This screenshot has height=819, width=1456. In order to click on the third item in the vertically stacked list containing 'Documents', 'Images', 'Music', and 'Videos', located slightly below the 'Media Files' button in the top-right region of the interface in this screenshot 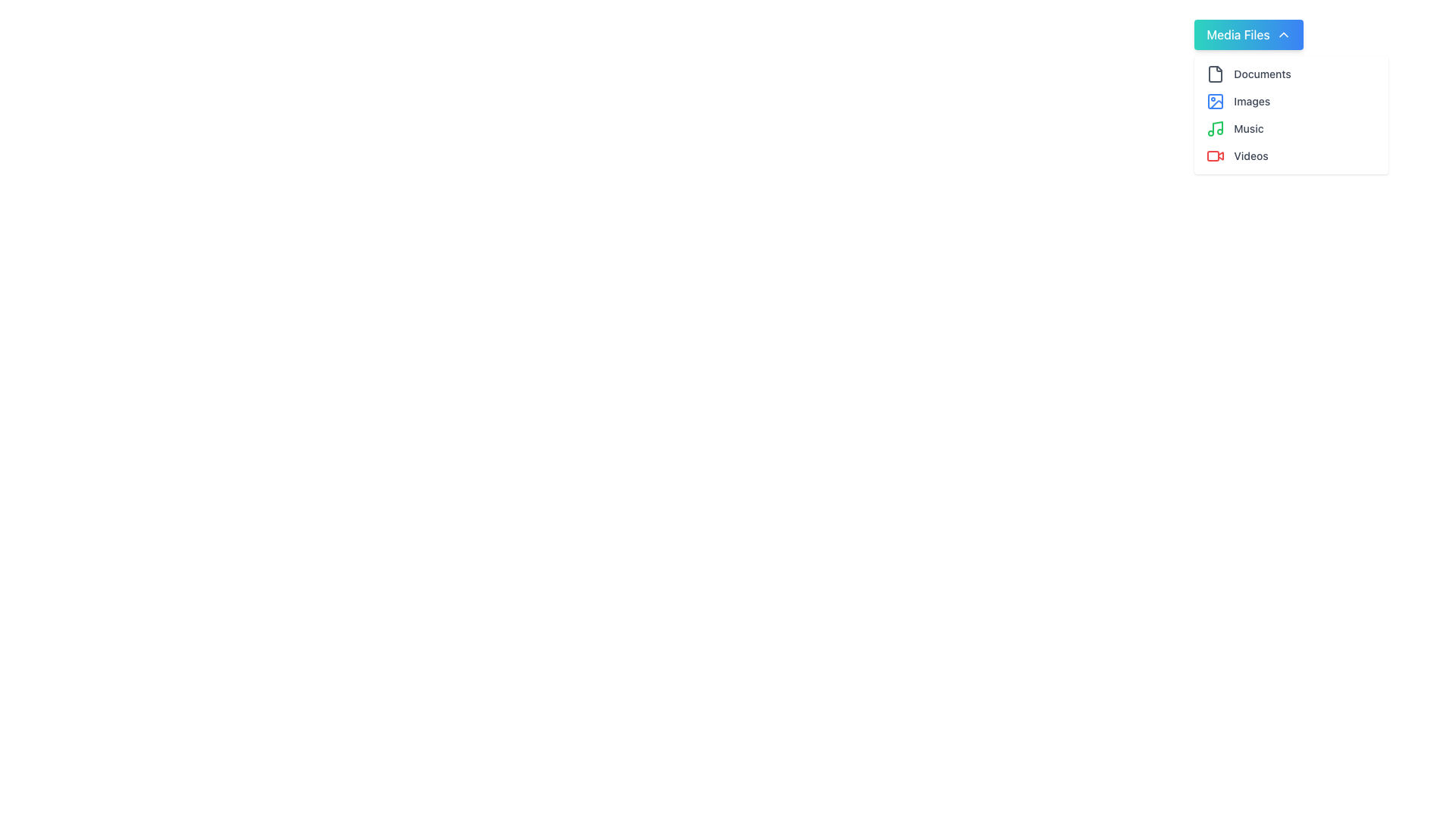, I will do `click(1291, 114)`.